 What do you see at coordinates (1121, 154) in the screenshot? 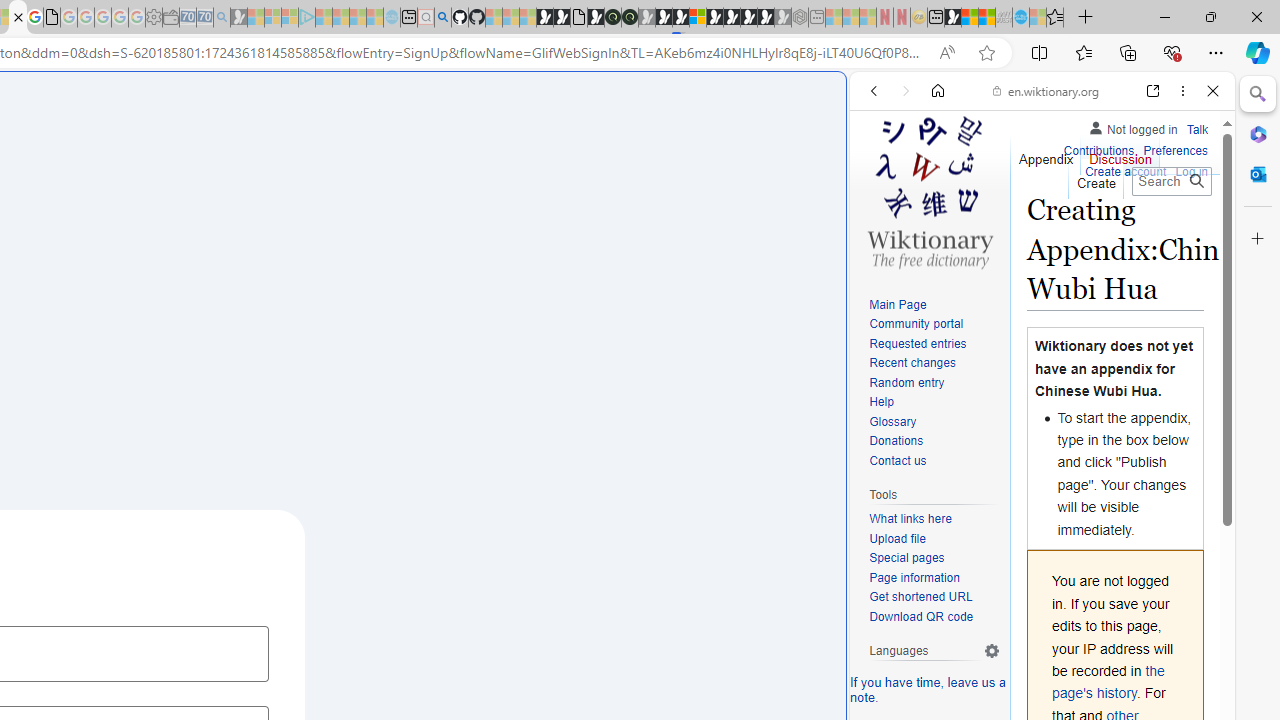
I see `'Discussion'` at bounding box center [1121, 154].